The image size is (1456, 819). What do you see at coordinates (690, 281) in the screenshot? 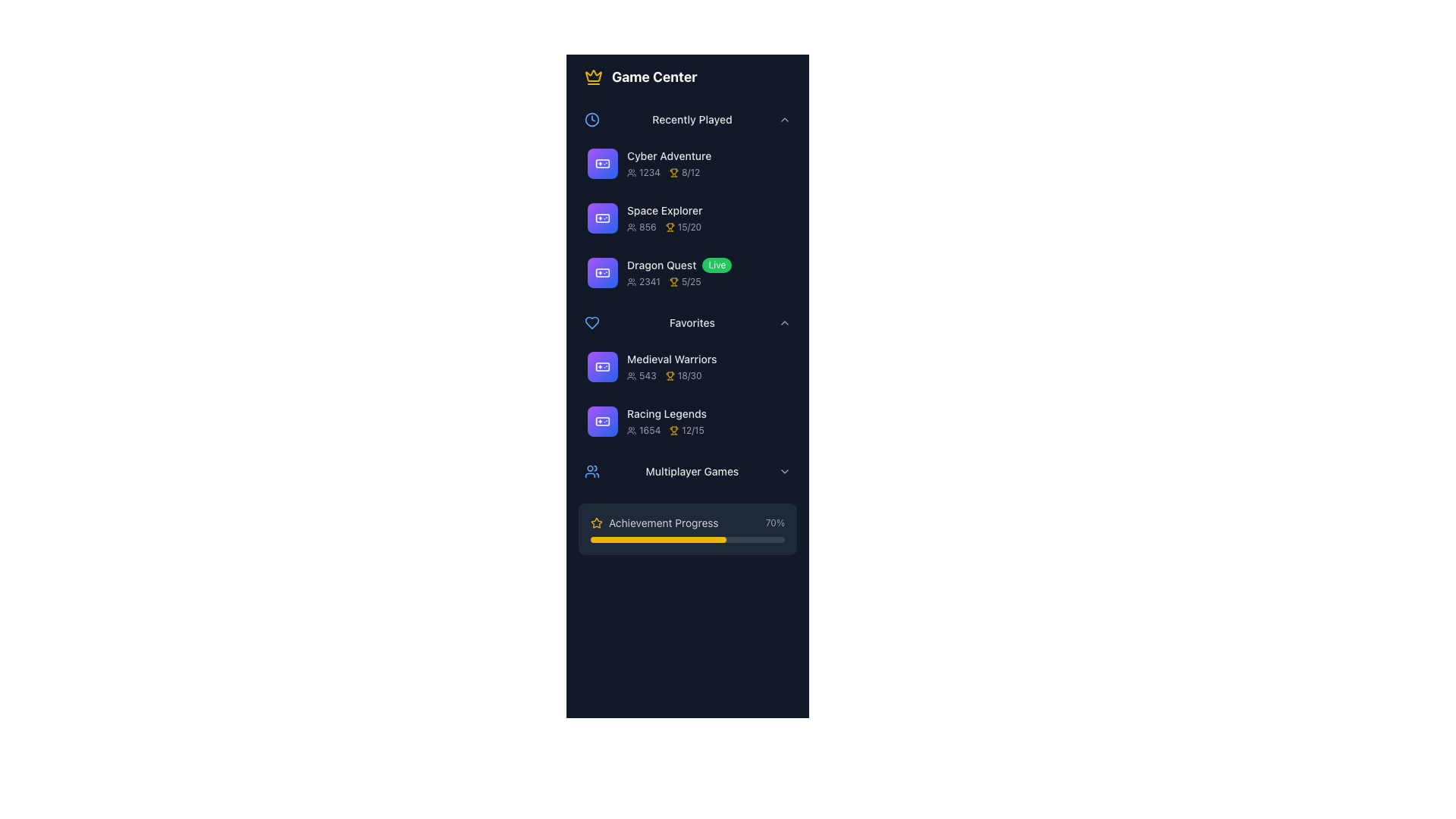
I see `the text label displaying '5/25', which is styled in a small, gray font and located to the right of a yellow trophy icon in the 'Dragon Quest' entry under the 'Recently Played' section` at bounding box center [690, 281].